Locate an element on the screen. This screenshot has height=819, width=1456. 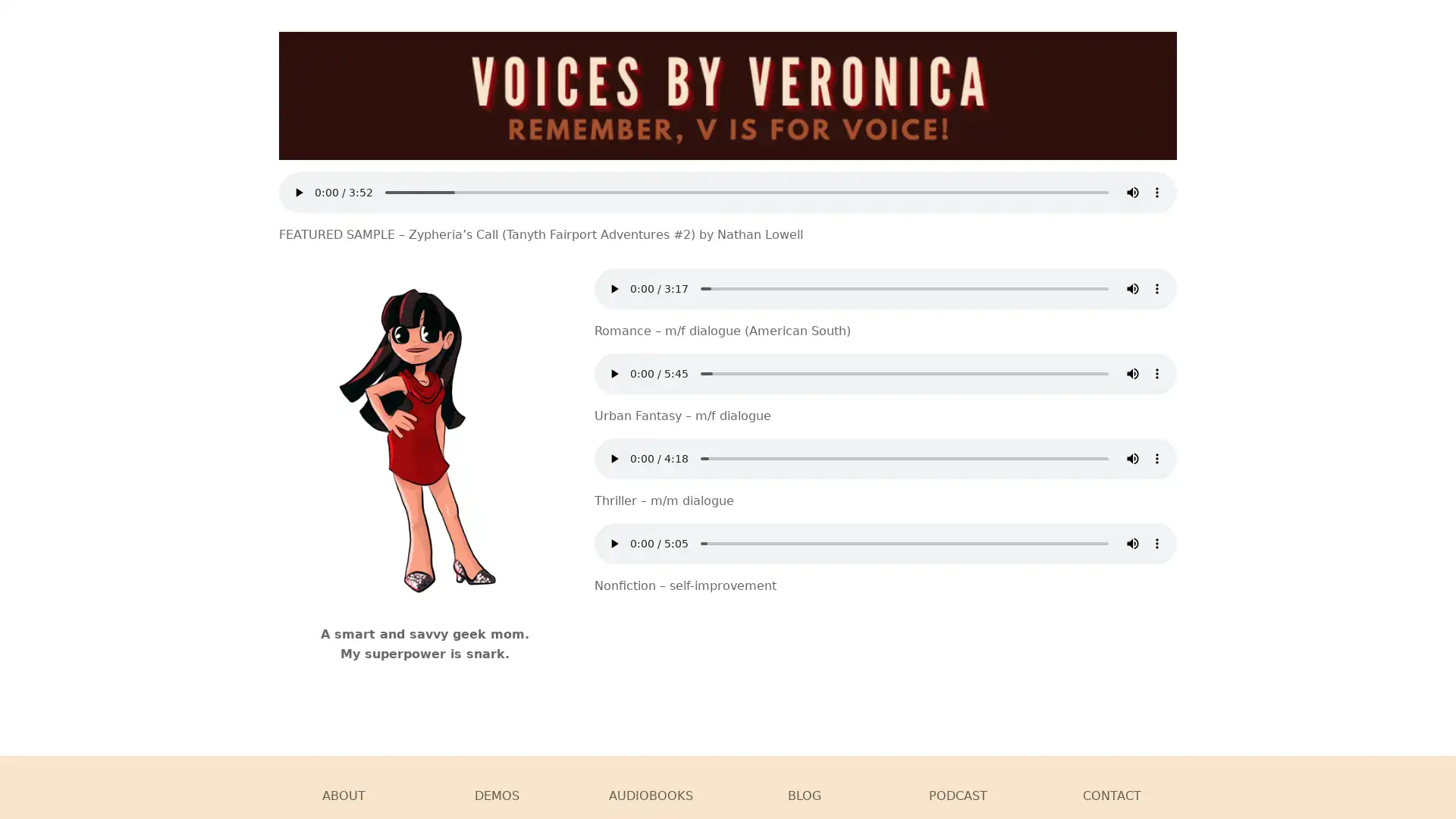
mute is located at coordinates (1132, 192).